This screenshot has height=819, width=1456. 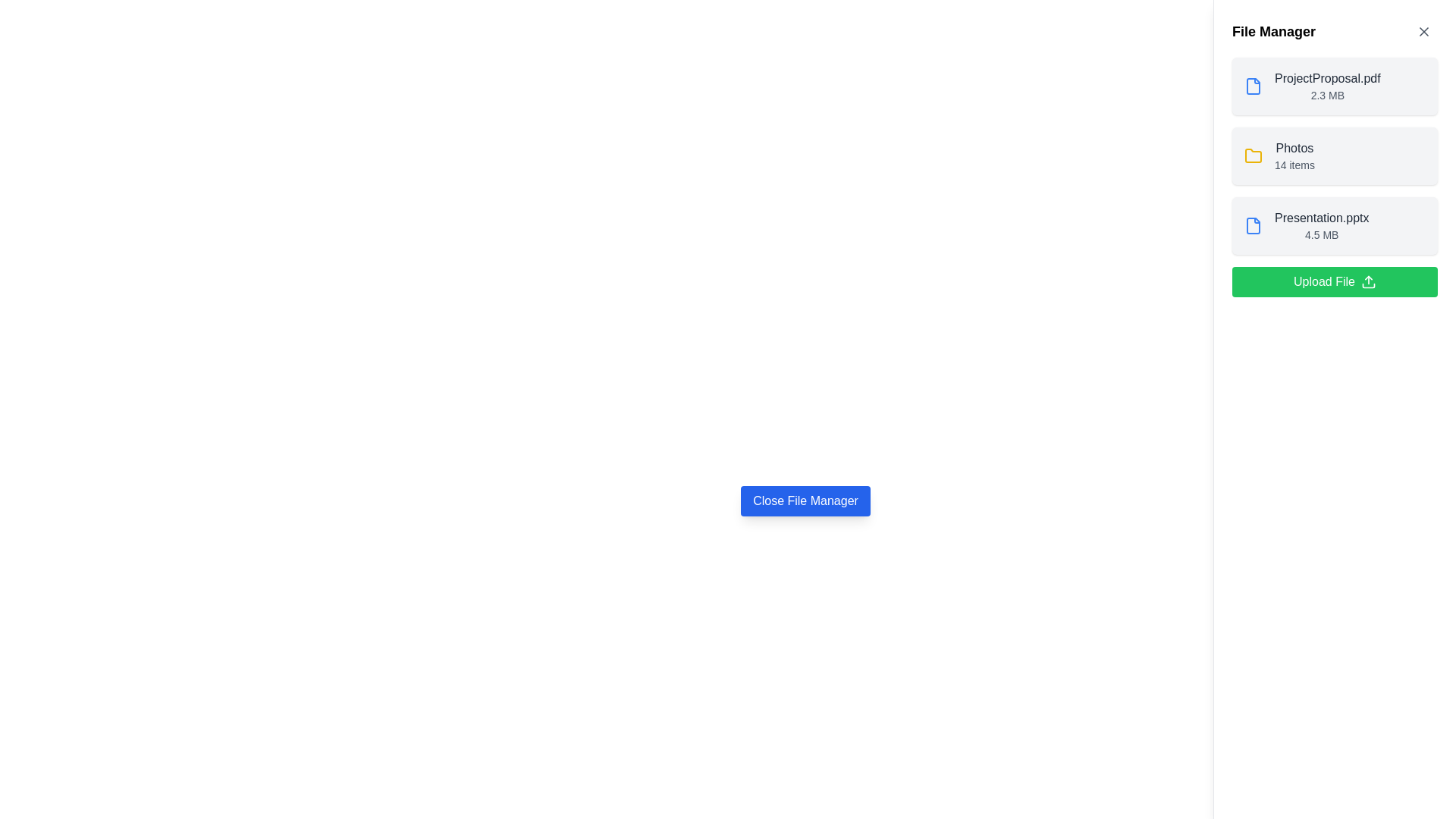 I want to click on the second folder entry labeled 'Photos' in the file manager, located in the right-side panel, so click(x=1335, y=155).